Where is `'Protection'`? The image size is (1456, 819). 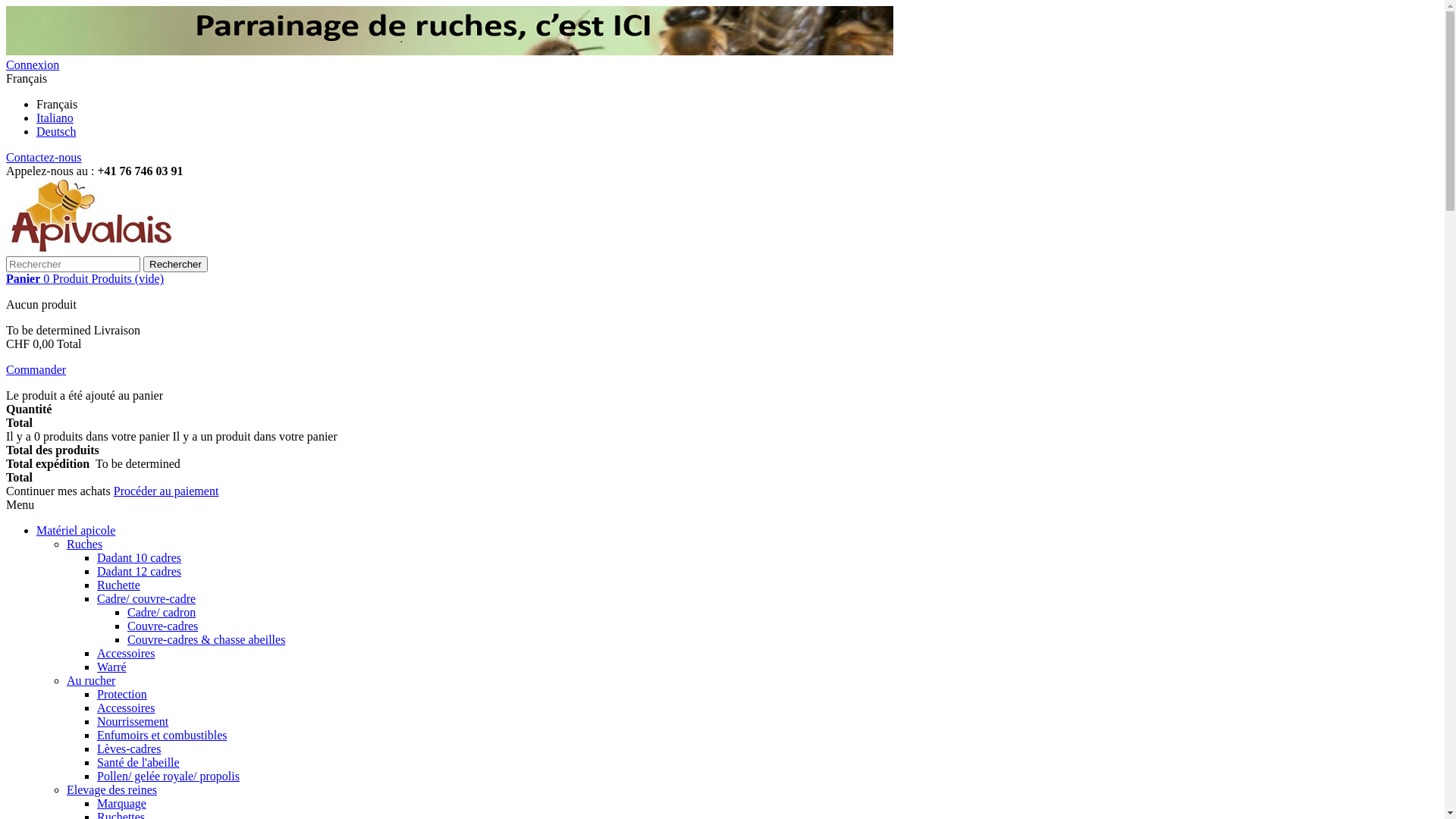
'Protection' is located at coordinates (96, 694).